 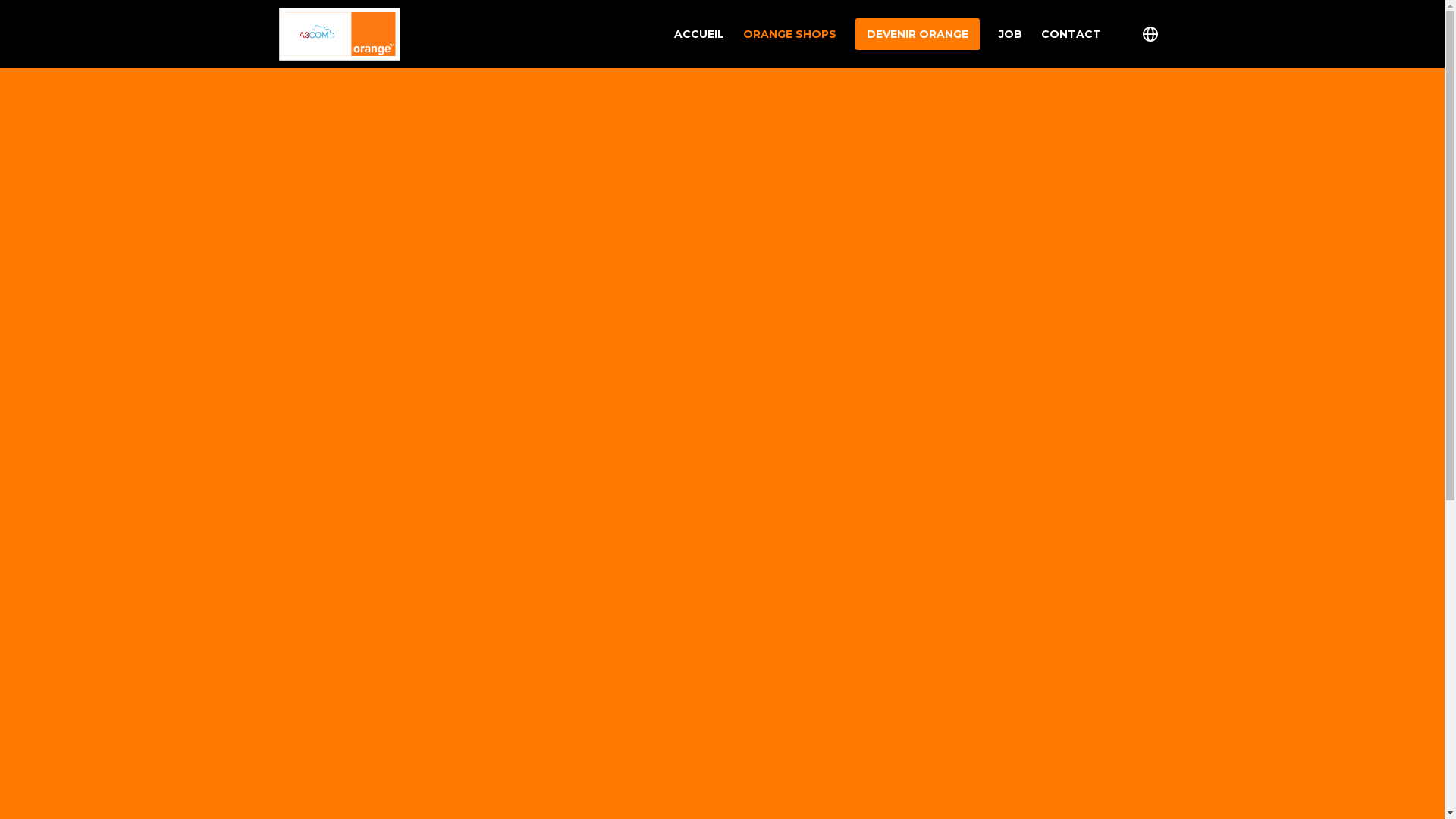 I want to click on 'CONTACT', so click(x=1022, y=34).